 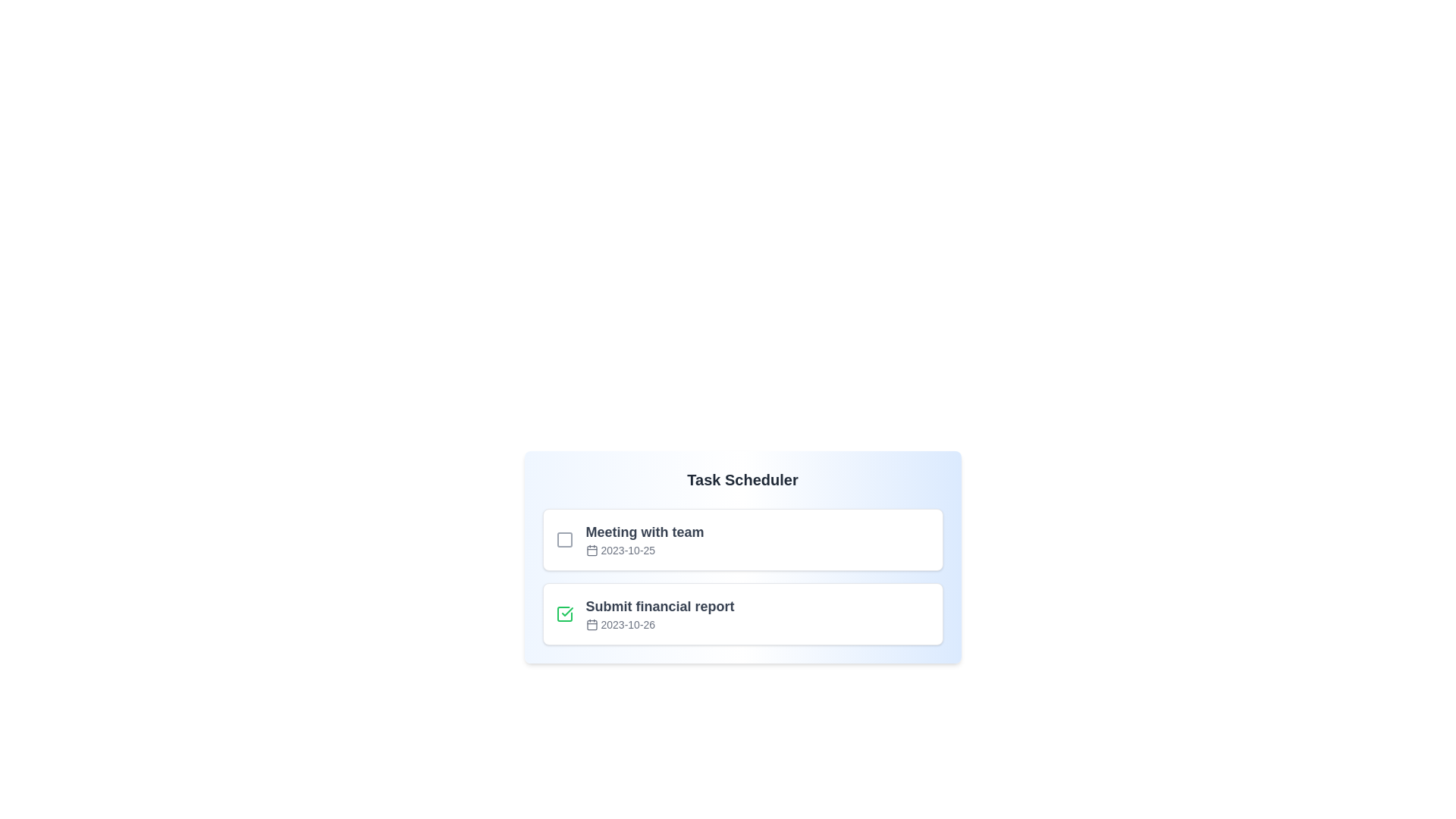 What do you see at coordinates (563, 539) in the screenshot?
I see `the decorative or functional glyph icon located to the left of the task title 'Meeting with Team' in the task scheduler interface` at bounding box center [563, 539].